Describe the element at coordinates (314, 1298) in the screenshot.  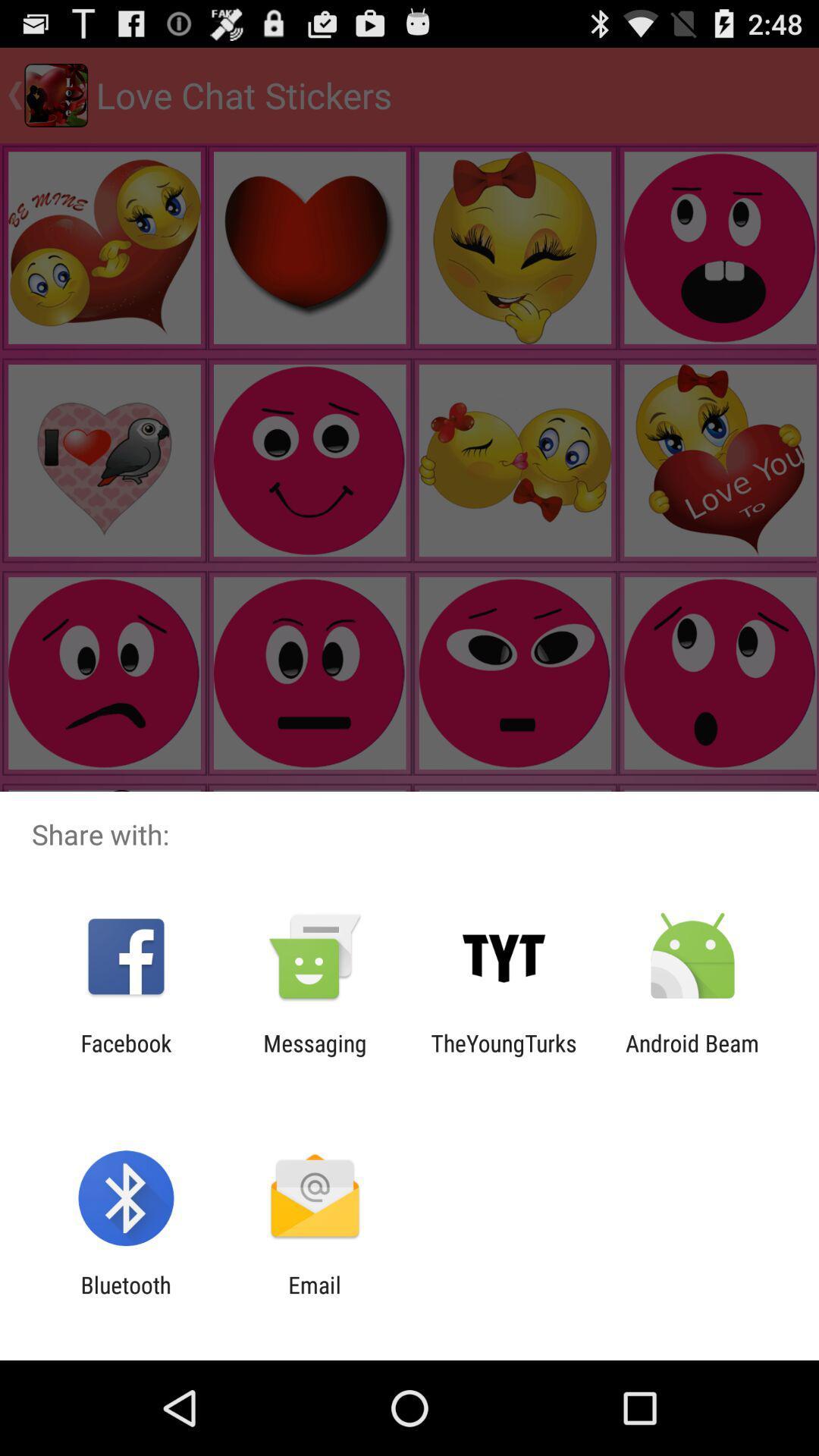
I see `email icon` at that location.